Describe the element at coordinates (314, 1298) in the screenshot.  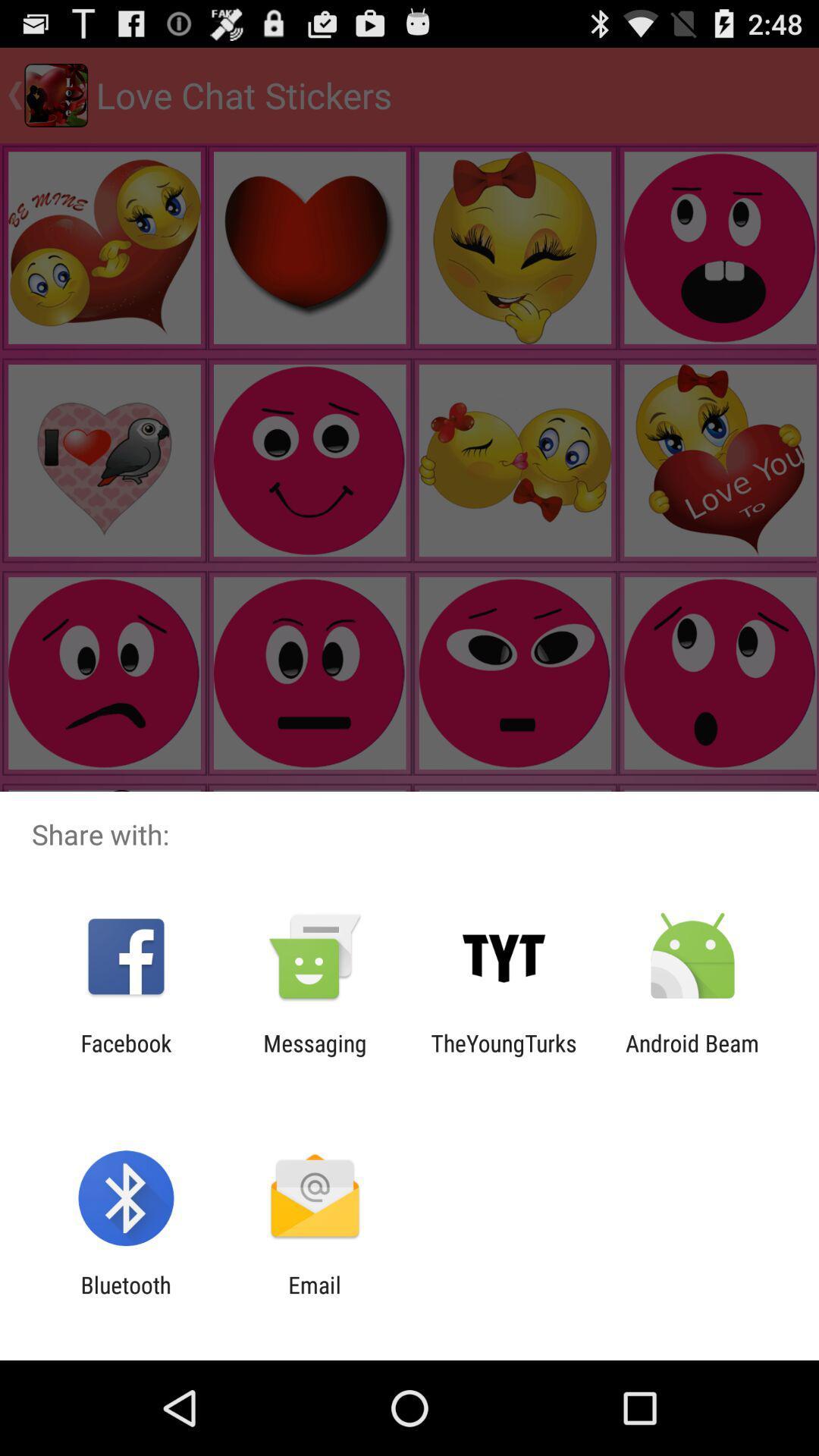
I see `email icon` at that location.